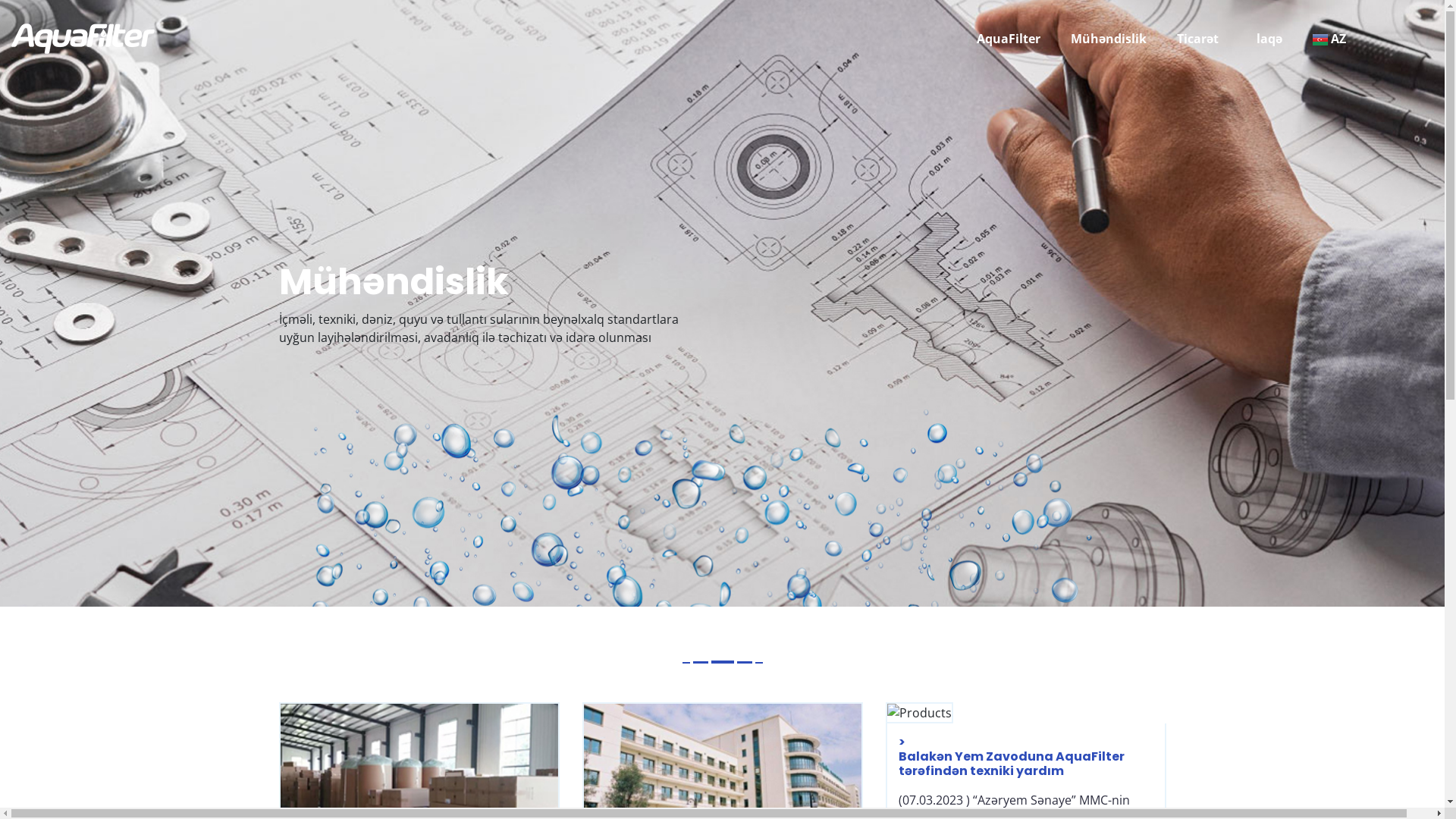 The image size is (1456, 819). Describe the element at coordinates (1312, 37) in the screenshot. I see `'AZ'` at that location.